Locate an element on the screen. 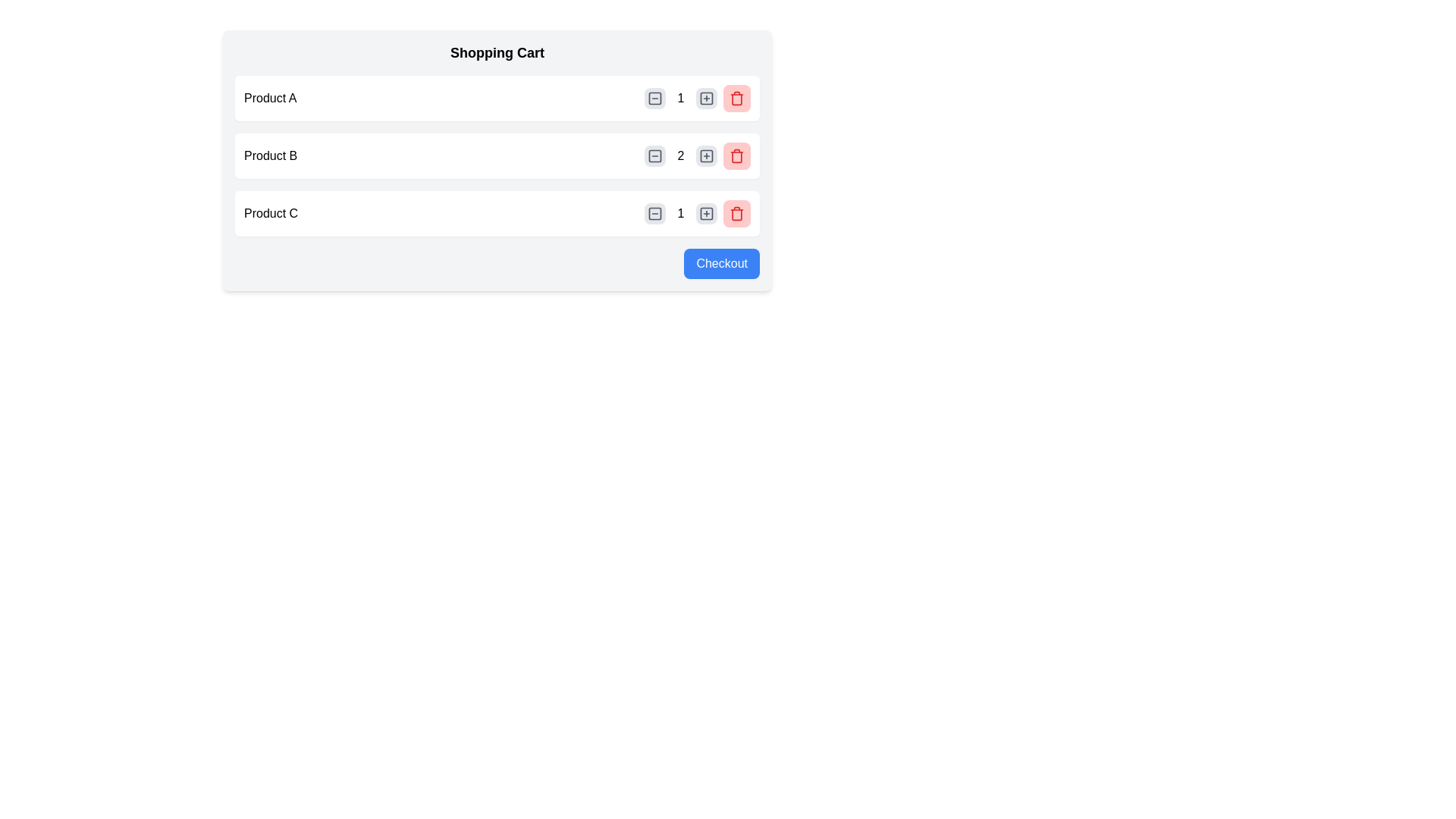  the decorative rectangle within the plus icon in the shopping cart that is styled in a subtle gray color, positioned adjacent to the quantity number for the second product is located at coordinates (705, 99).